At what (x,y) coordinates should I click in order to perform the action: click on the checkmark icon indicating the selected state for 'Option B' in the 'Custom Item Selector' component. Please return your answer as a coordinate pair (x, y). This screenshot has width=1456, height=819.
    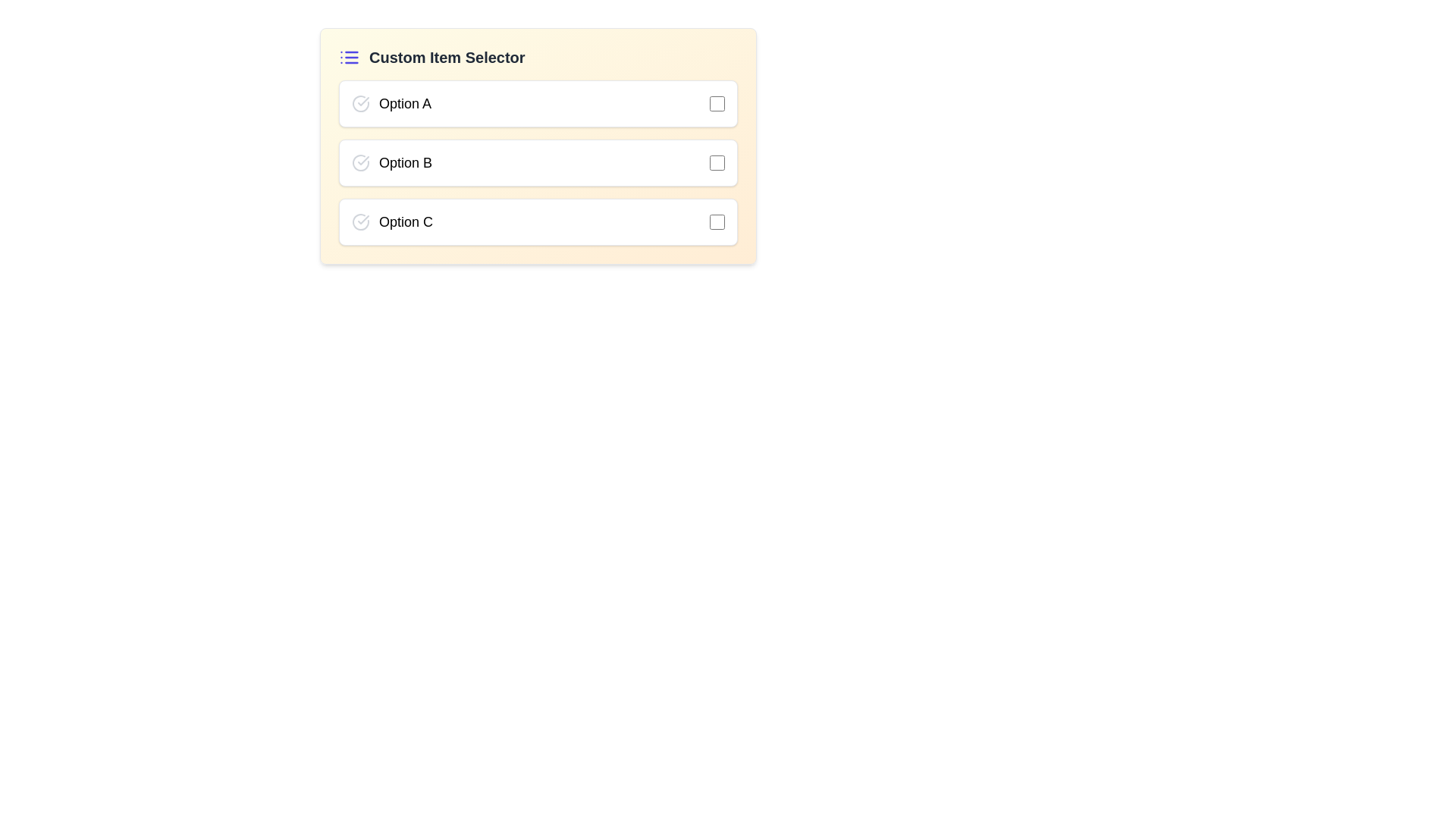
    Looking at the image, I should click on (362, 161).